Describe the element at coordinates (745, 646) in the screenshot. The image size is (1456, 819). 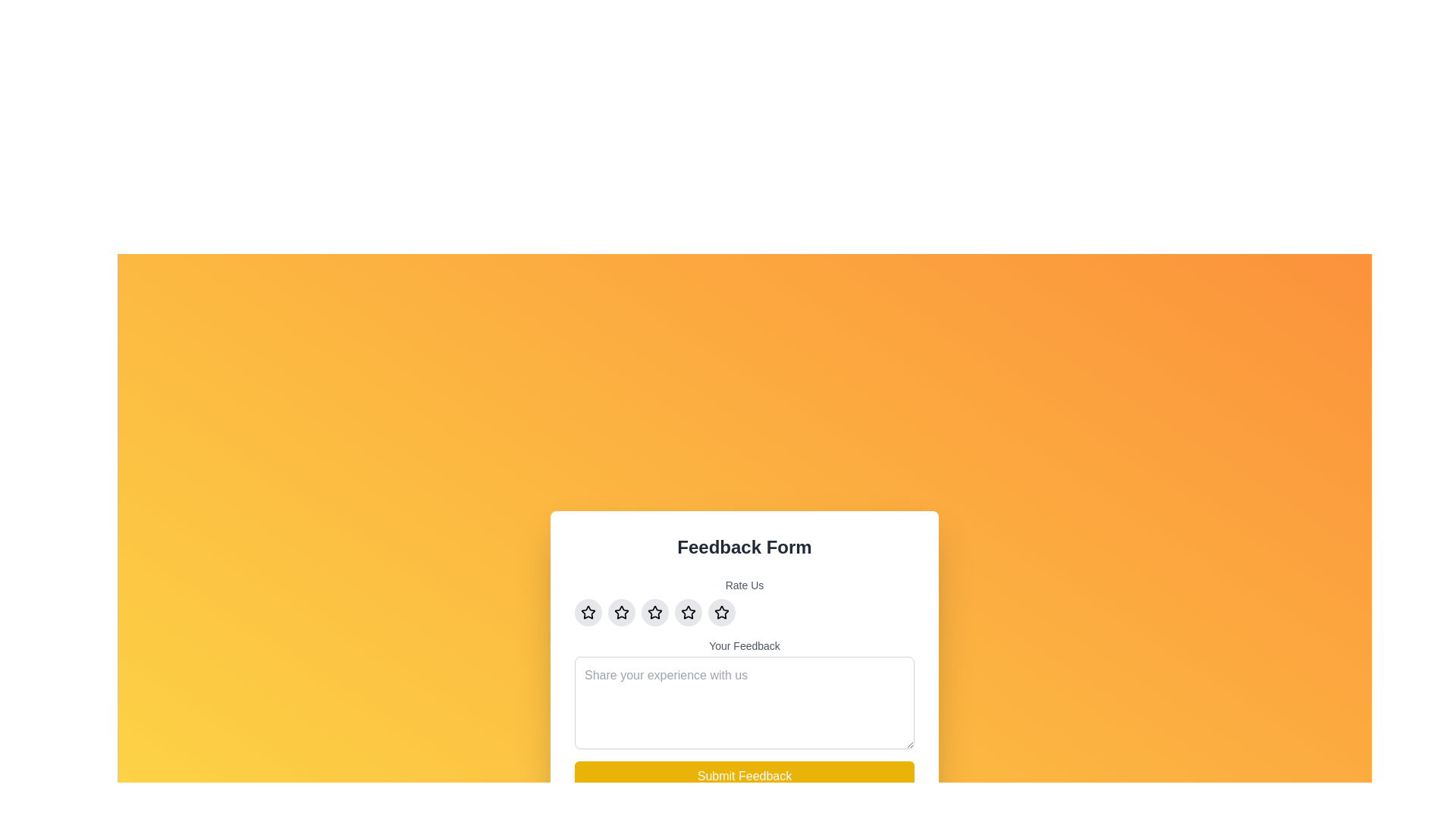
I see `the 'Your Feedback' label, which is a small, gray text label positioned beneath the star rating icons and above the feedback text area` at that location.